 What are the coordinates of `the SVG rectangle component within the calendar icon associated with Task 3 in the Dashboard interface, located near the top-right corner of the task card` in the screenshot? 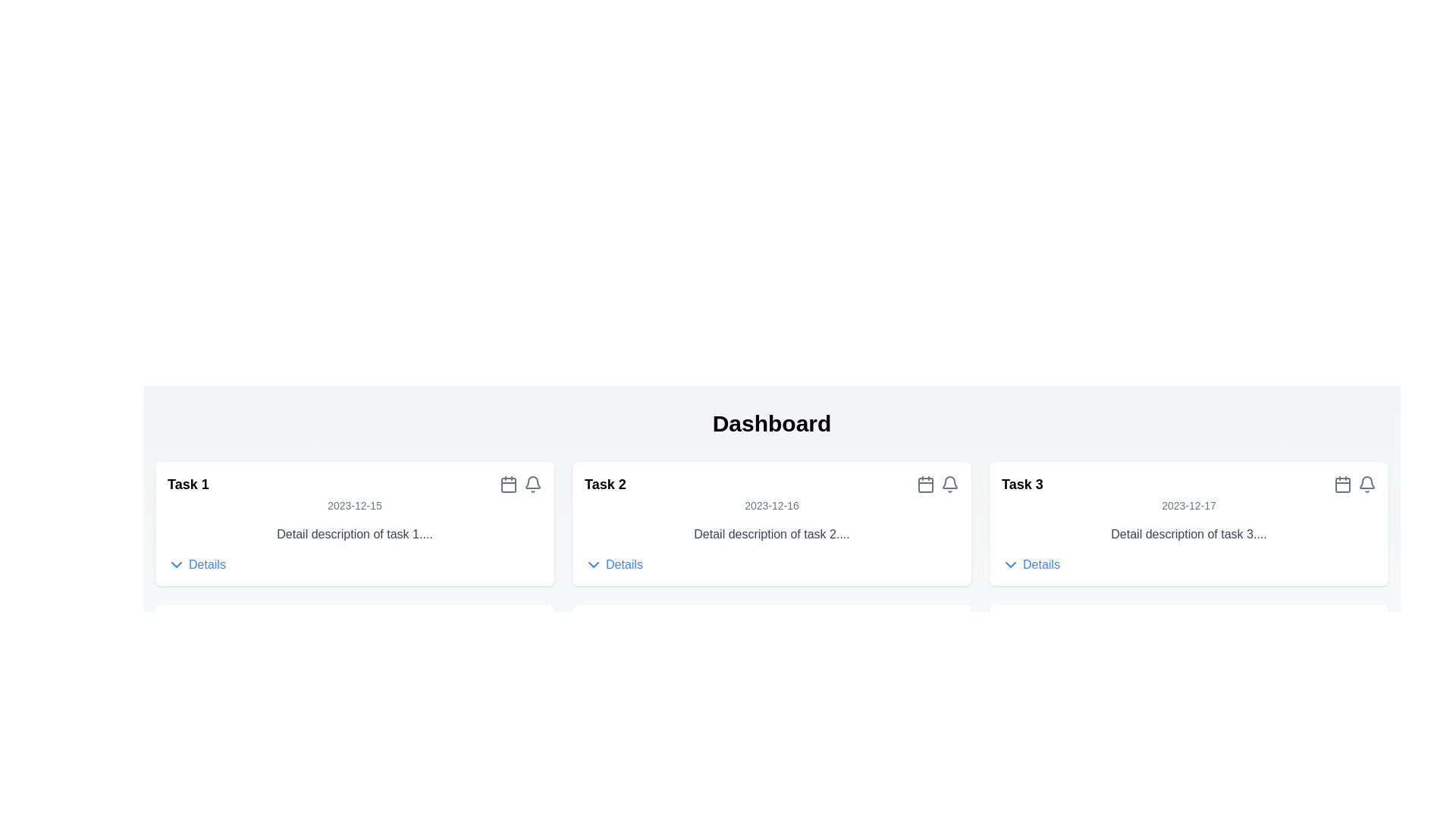 It's located at (1343, 485).